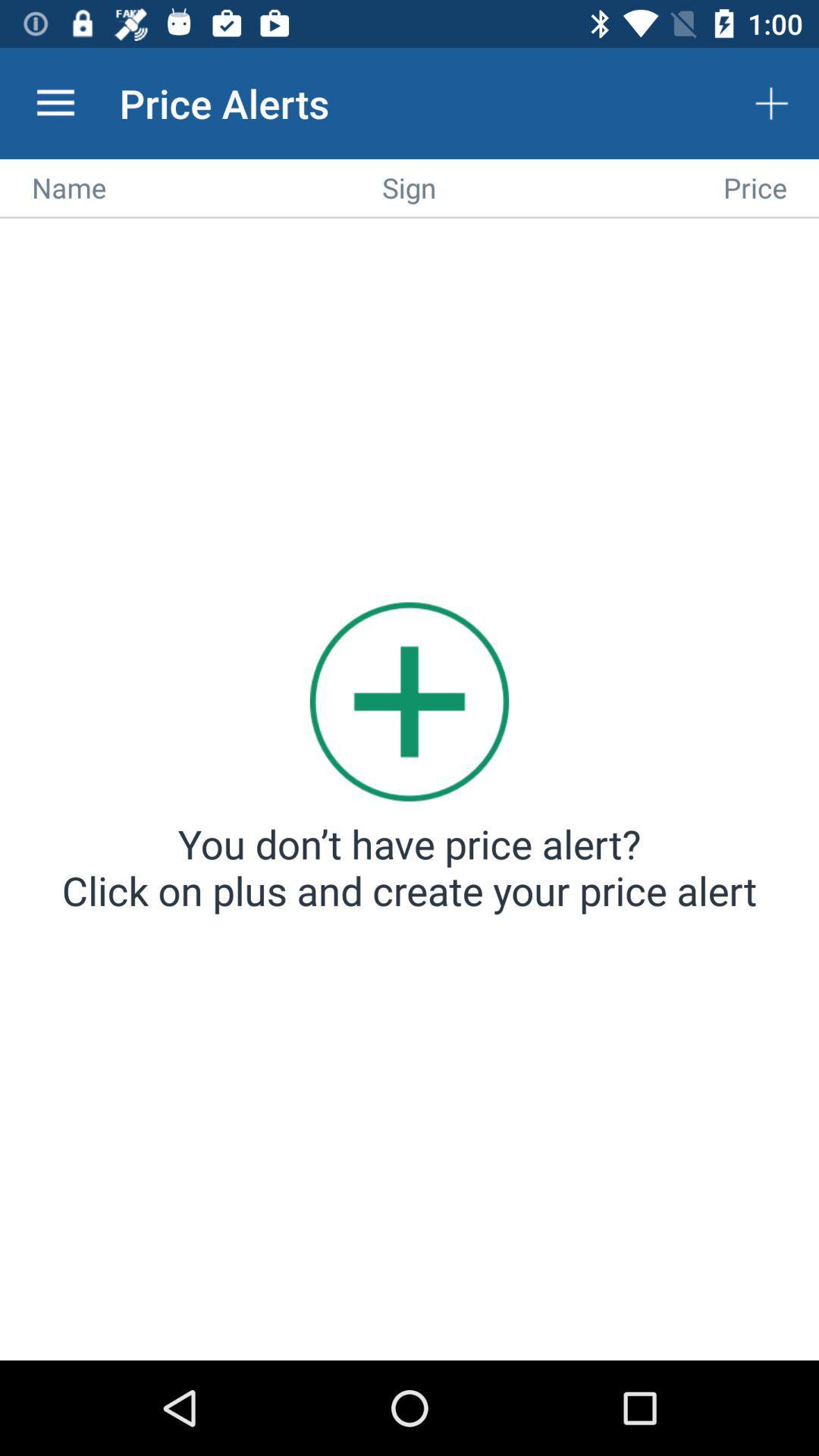 Image resolution: width=819 pixels, height=1456 pixels. What do you see at coordinates (409, 790) in the screenshot?
I see `new alert` at bounding box center [409, 790].